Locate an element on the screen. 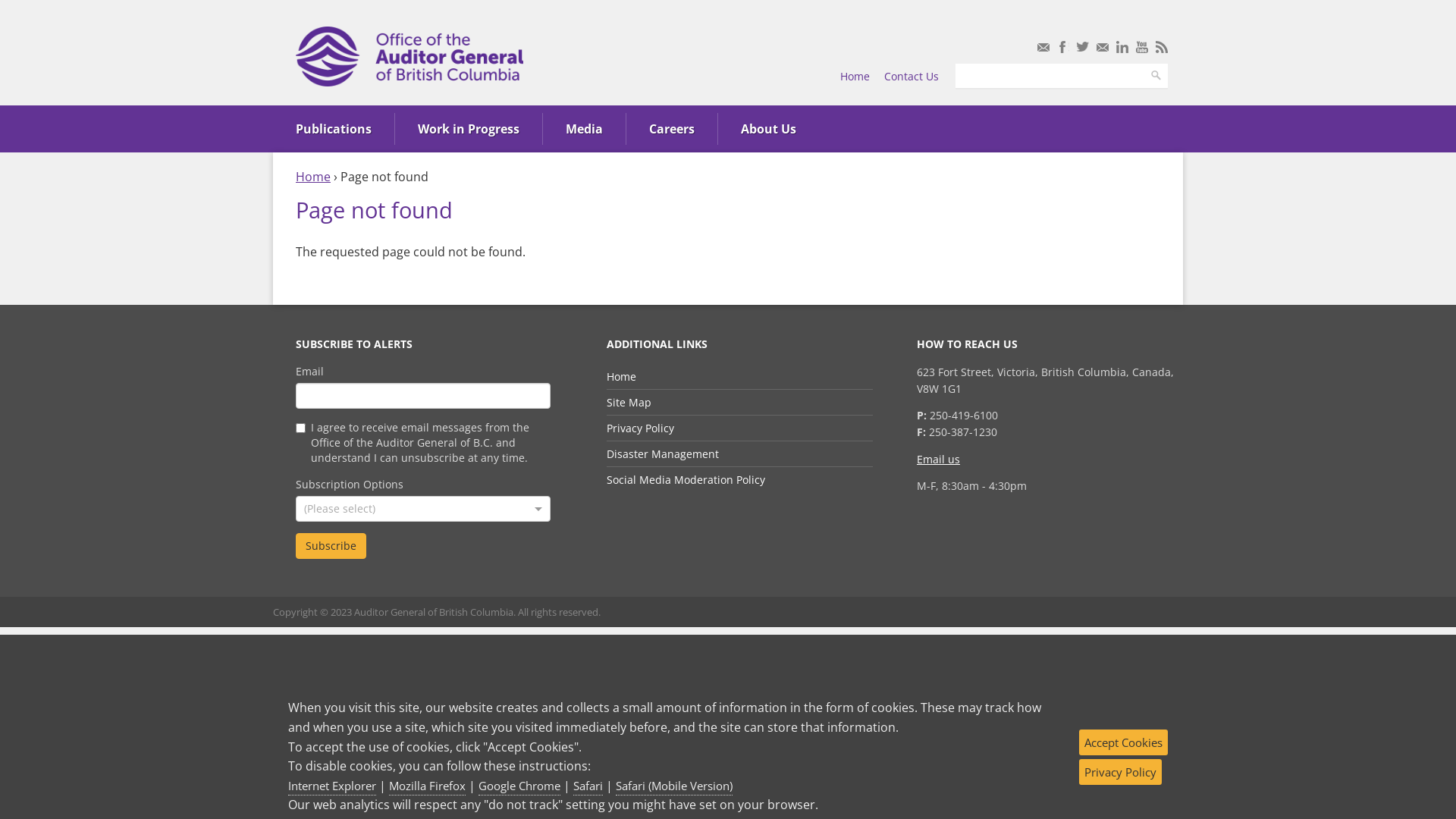 The width and height of the screenshot is (1456, 819). 'Media' is located at coordinates (583, 127).